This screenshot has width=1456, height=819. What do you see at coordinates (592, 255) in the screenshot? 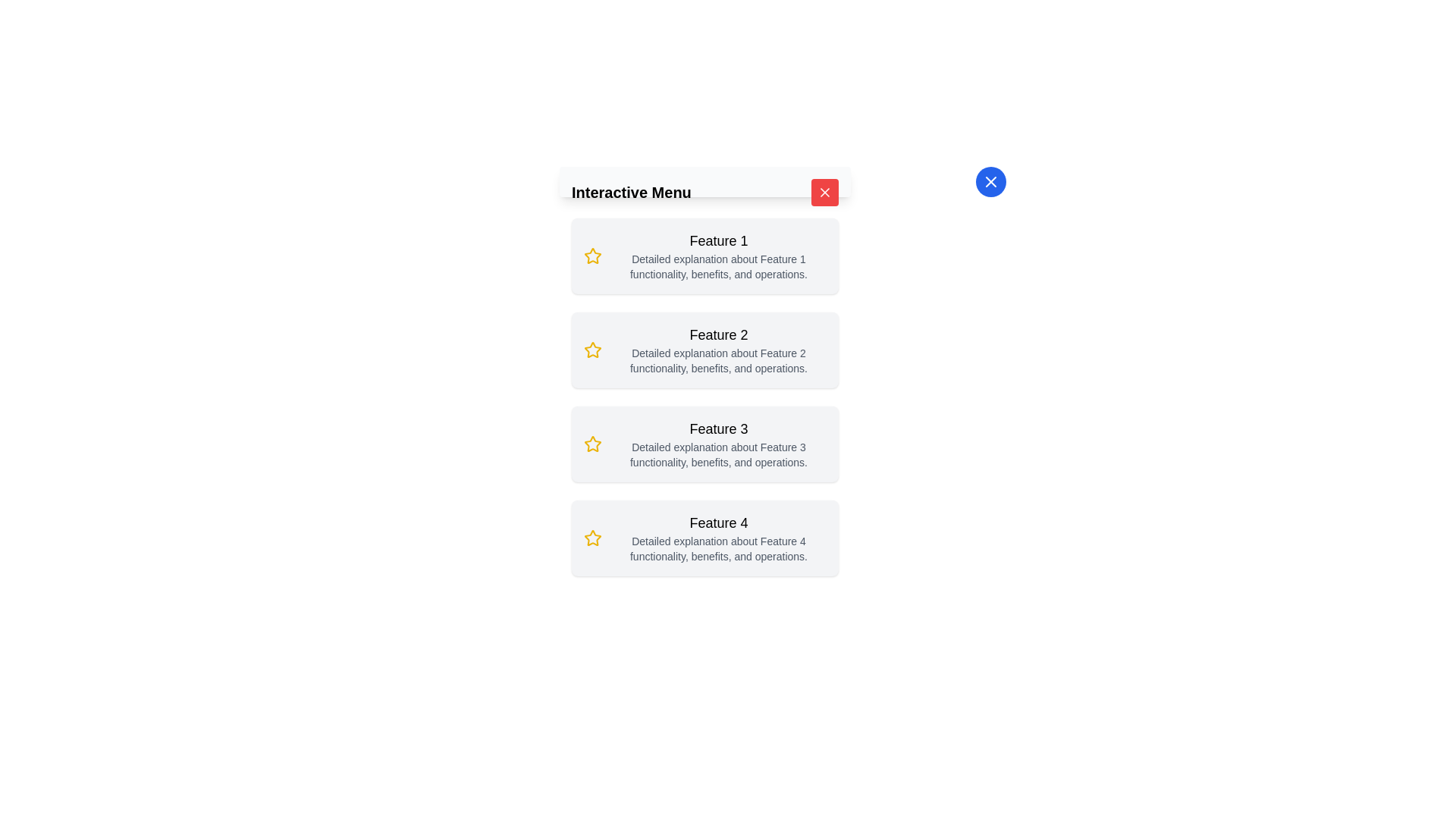
I see `the first star icon in a vertical list of four, located on the left side of the interface, which serves as a visual identifier or rating marker` at bounding box center [592, 255].